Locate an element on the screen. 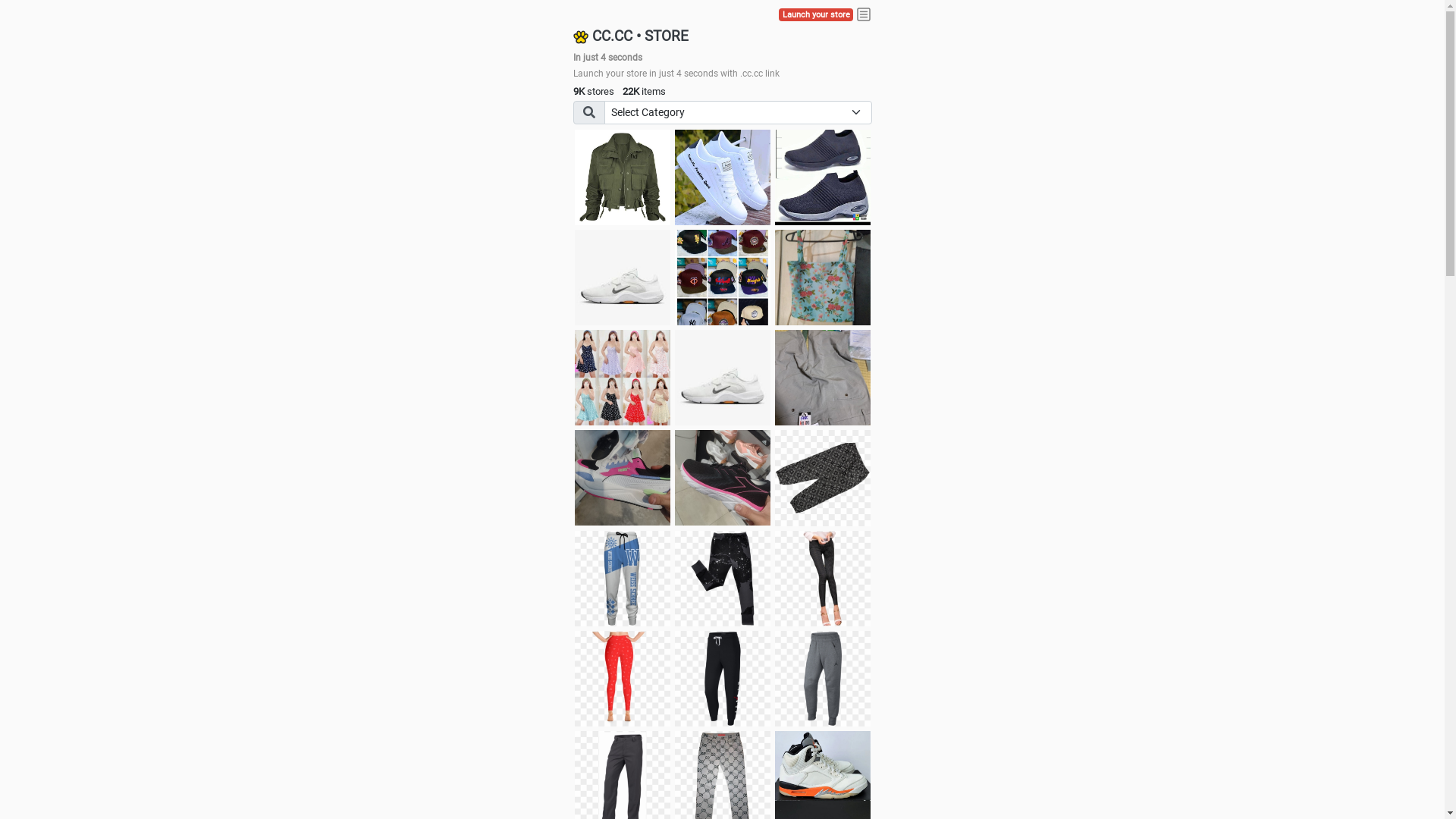 This screenshot has width=1456, height=819. 'Pant' is located at coordinates (574, 579).